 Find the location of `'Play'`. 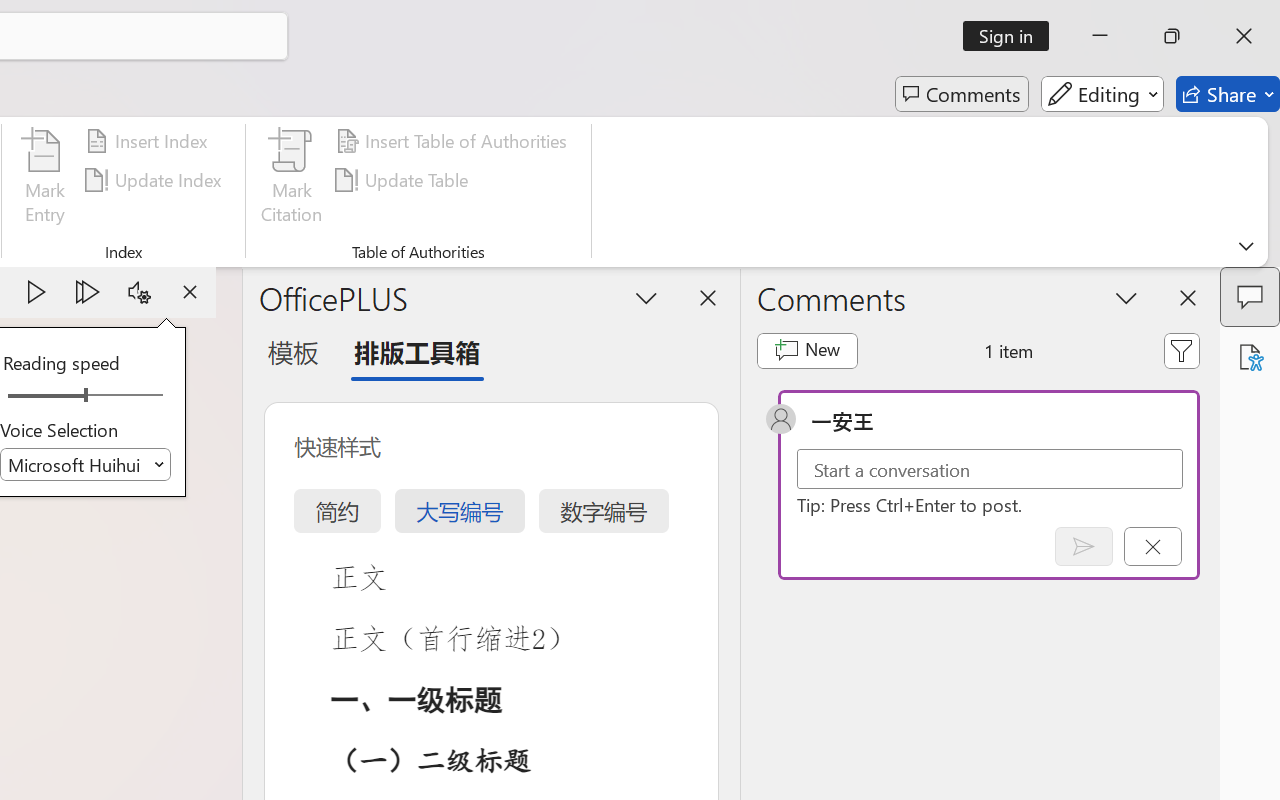

'Play' is located at coordinates (37, 292).